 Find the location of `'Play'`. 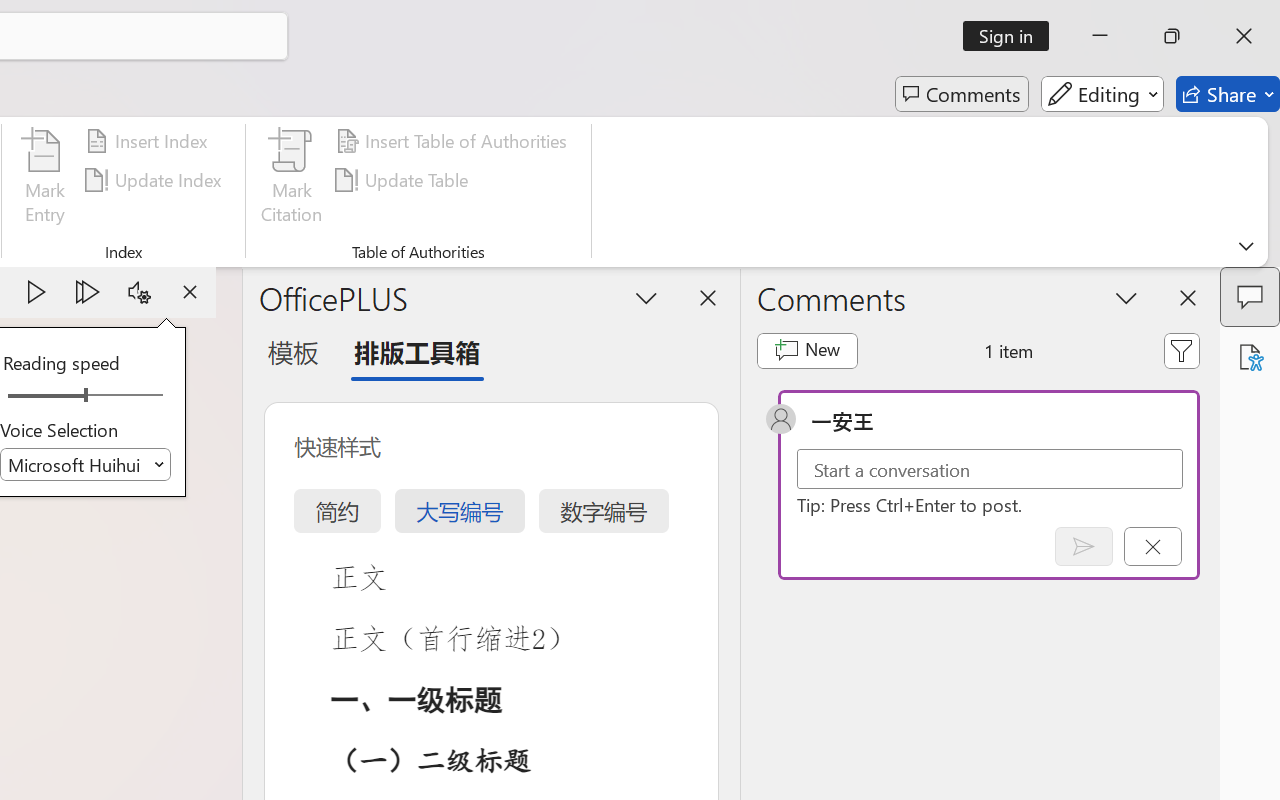

'Play' is located at coordinates (37, 292).